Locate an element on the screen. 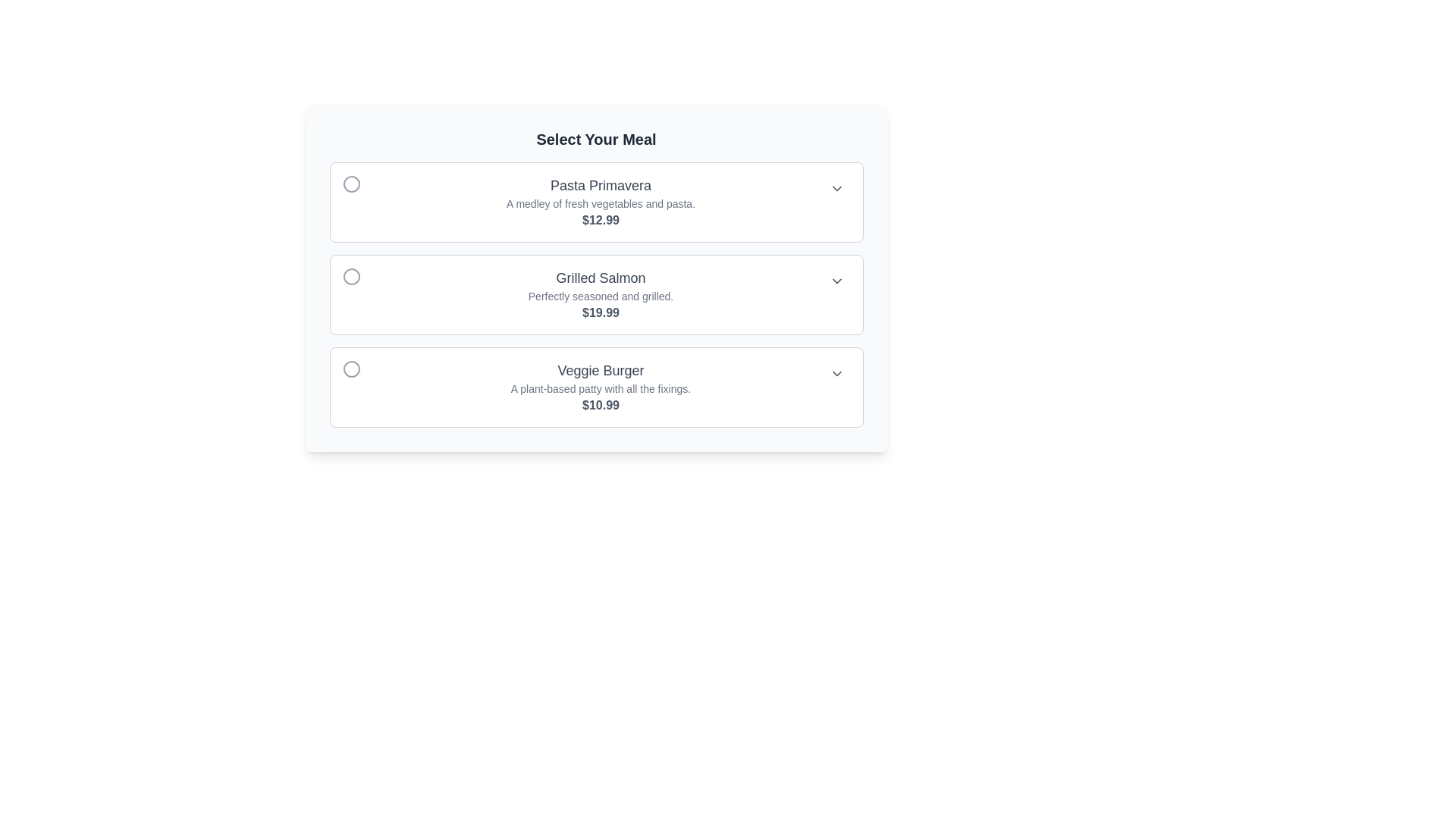 This screenshot has width=1456, height=819. the dropdown chevron icon button located at the right end of the 'Grilled Salmon' card to provide visual feedback is located at coordinates (836, 281).